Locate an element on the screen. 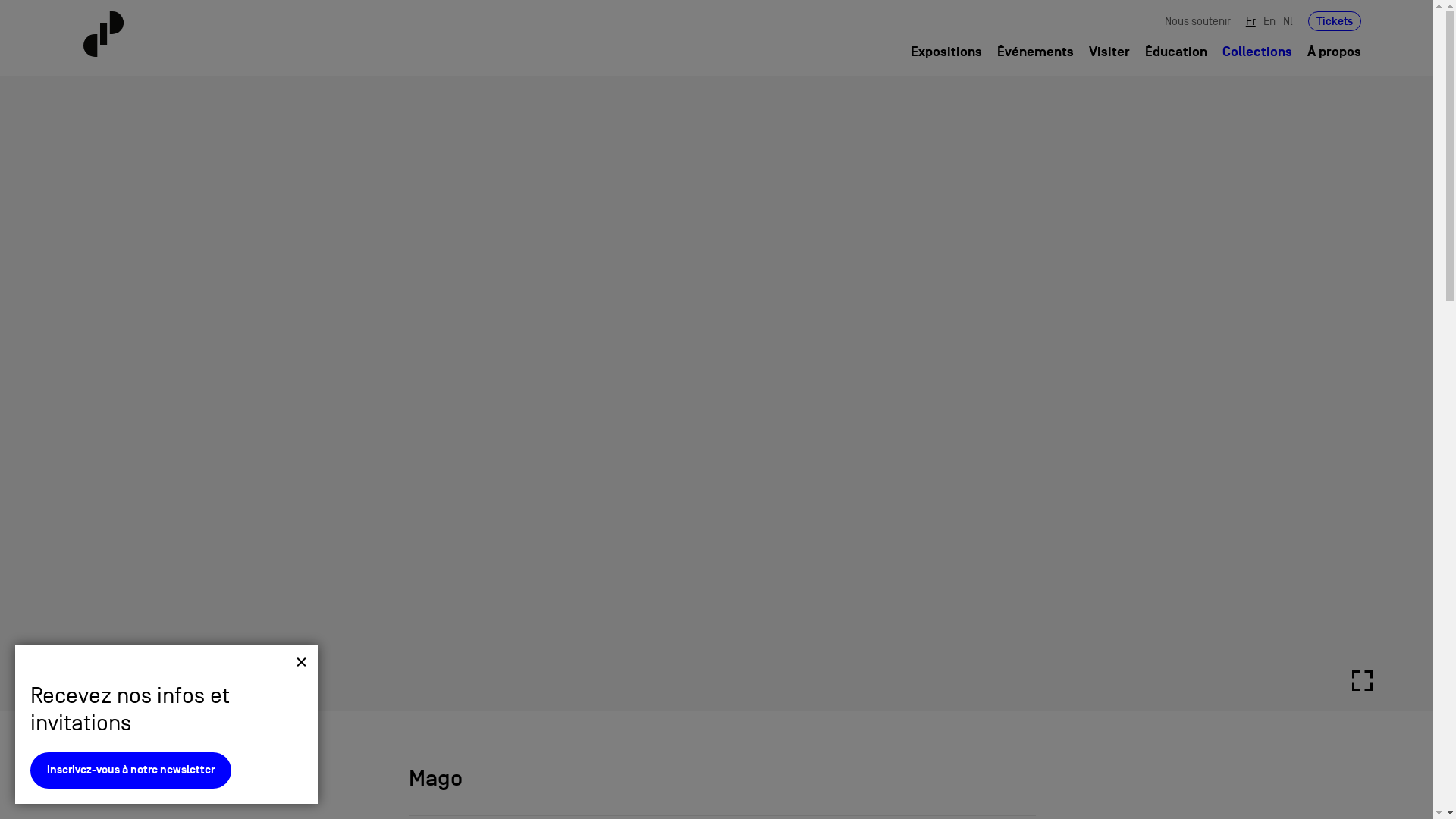  'En' is located at coordinates (1269, 20).